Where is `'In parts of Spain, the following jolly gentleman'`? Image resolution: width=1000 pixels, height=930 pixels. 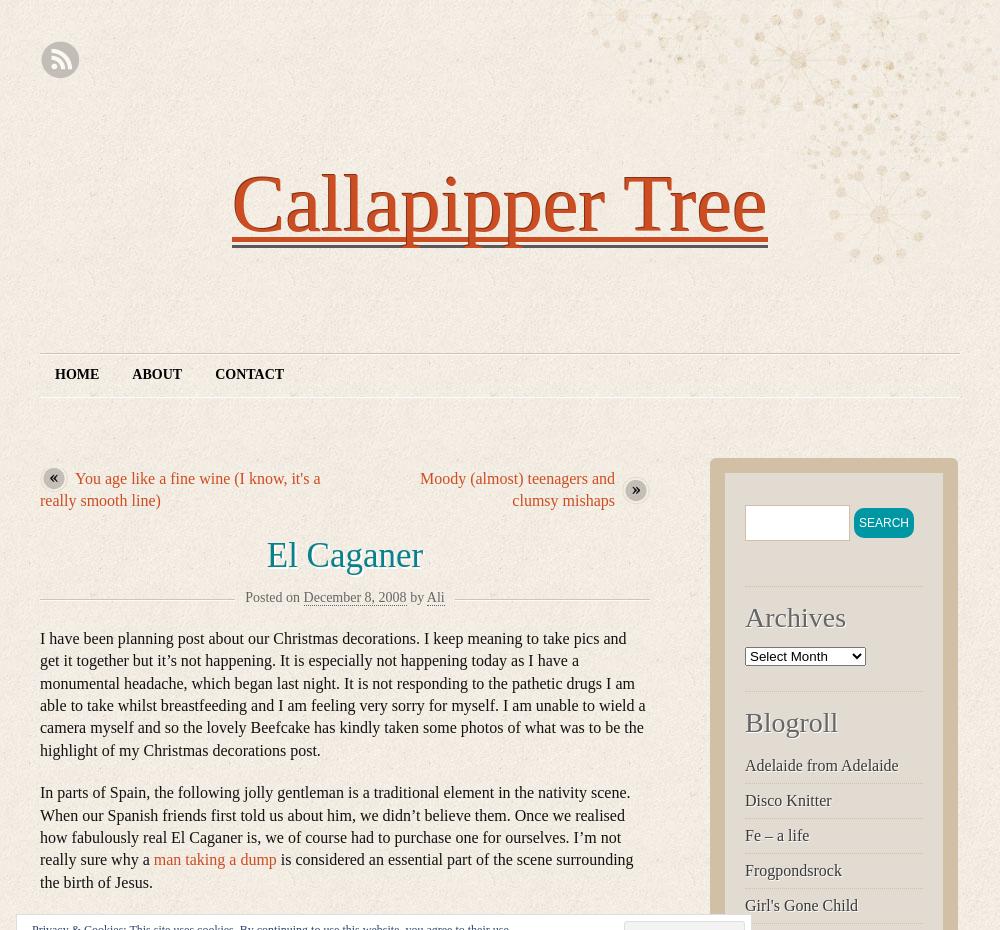
'In parts of Spain, the following jolly gentleman' is located at coordinates (190, 791).